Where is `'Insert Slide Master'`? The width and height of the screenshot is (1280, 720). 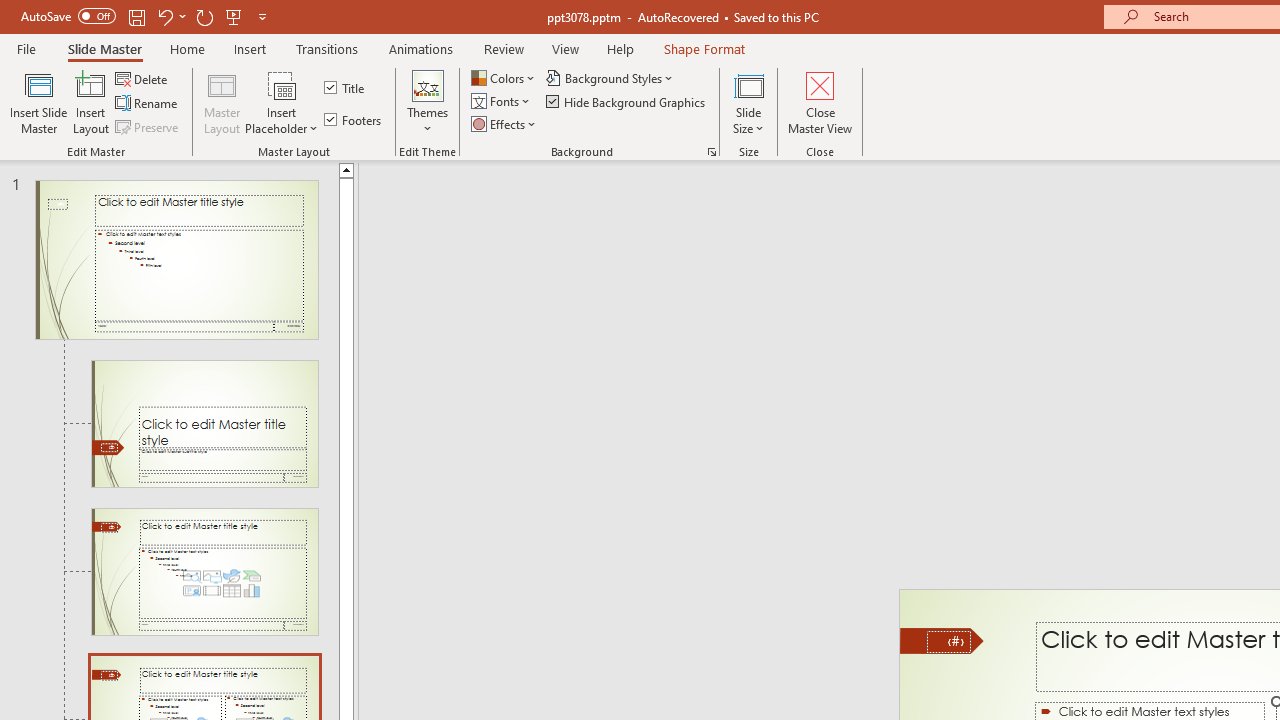
'Insert Slide Master' is located at coordinates (39, 103).